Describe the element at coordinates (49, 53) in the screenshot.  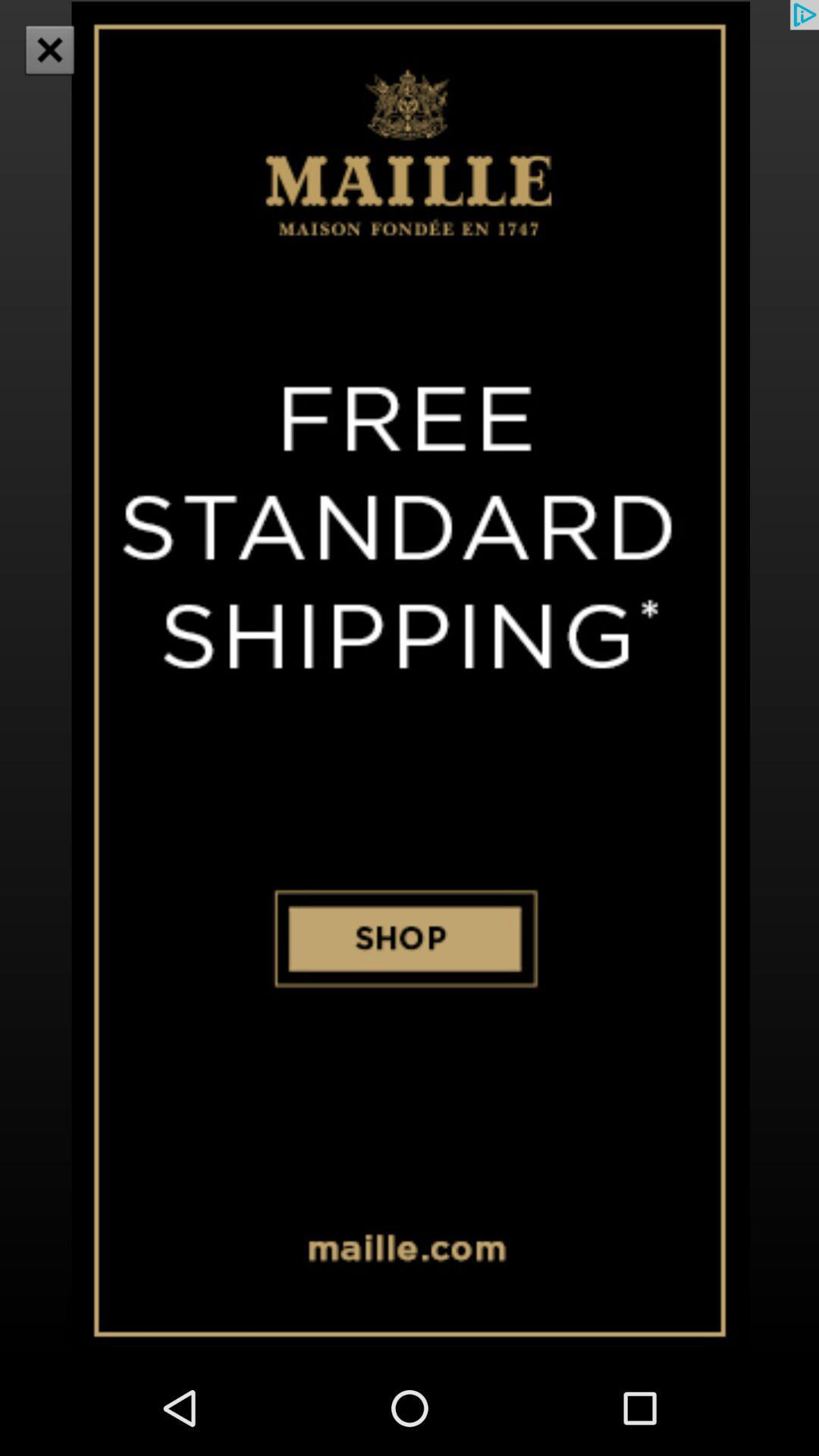
I see `the close icon` at that location.